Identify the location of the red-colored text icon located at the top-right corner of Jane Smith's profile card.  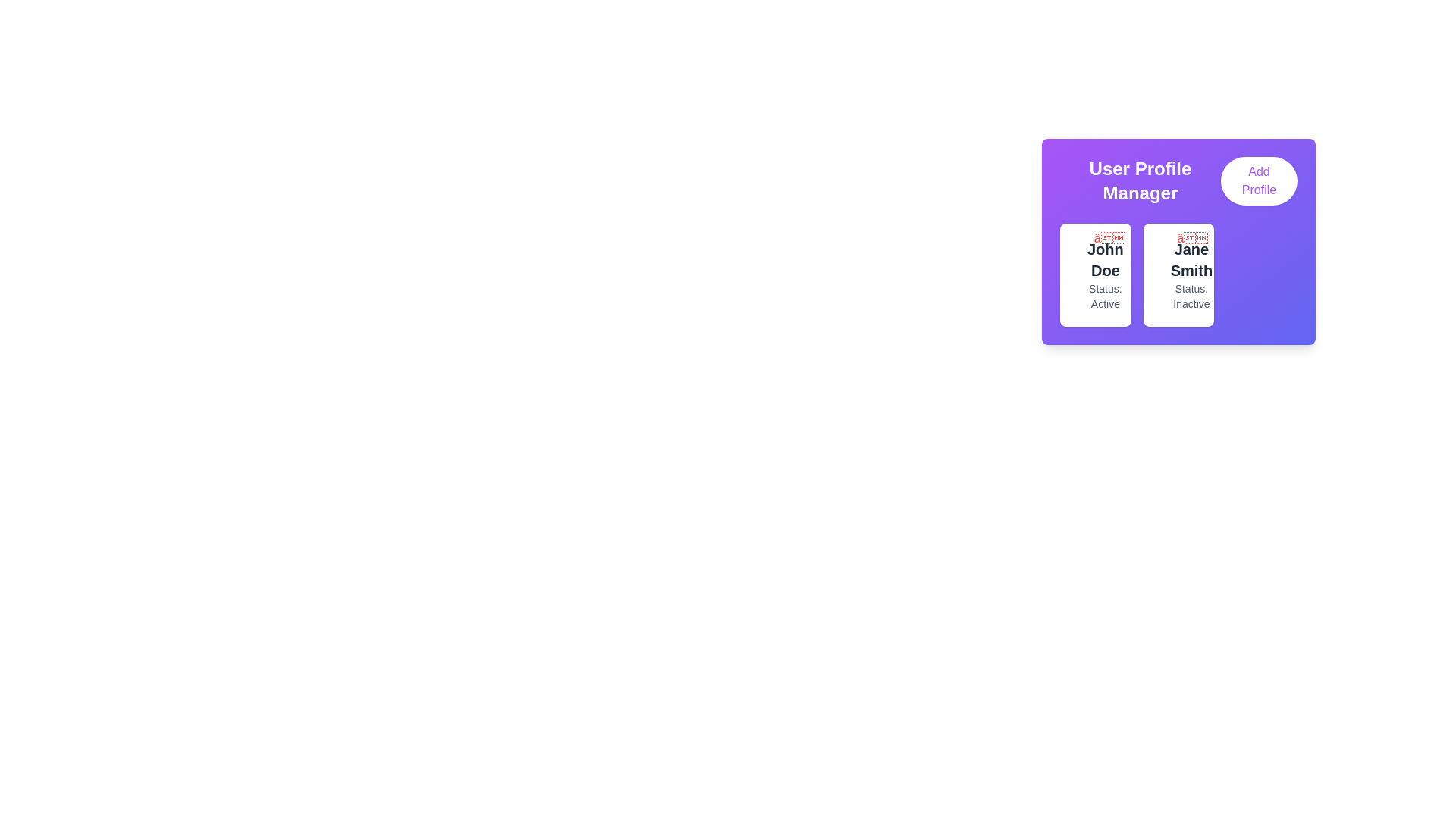
(1191, 239).